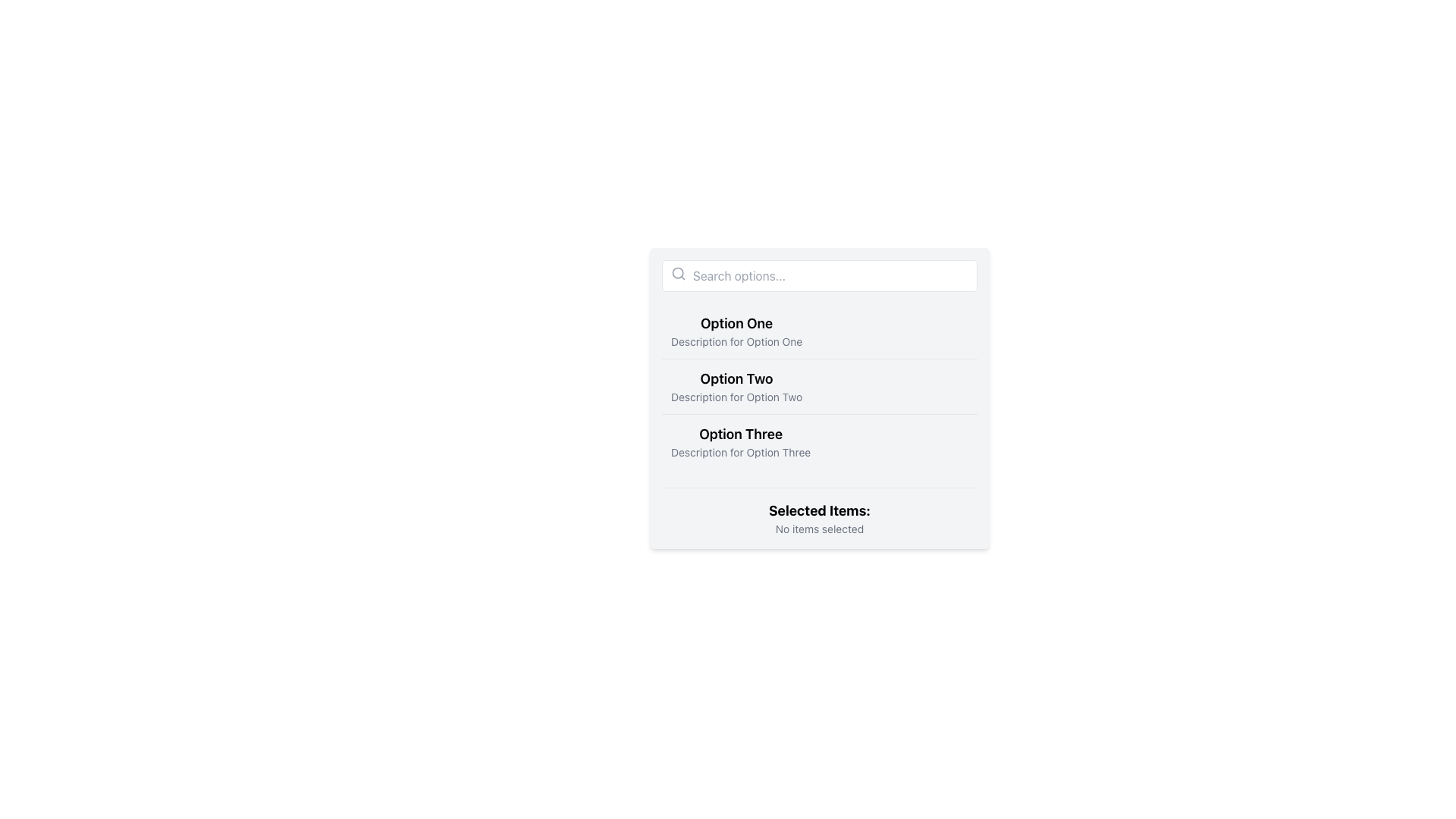  I want to click on the static text label that serves as the title for the first option in the list, positioned above the description text 'Description for Option One', so click(736, 323).